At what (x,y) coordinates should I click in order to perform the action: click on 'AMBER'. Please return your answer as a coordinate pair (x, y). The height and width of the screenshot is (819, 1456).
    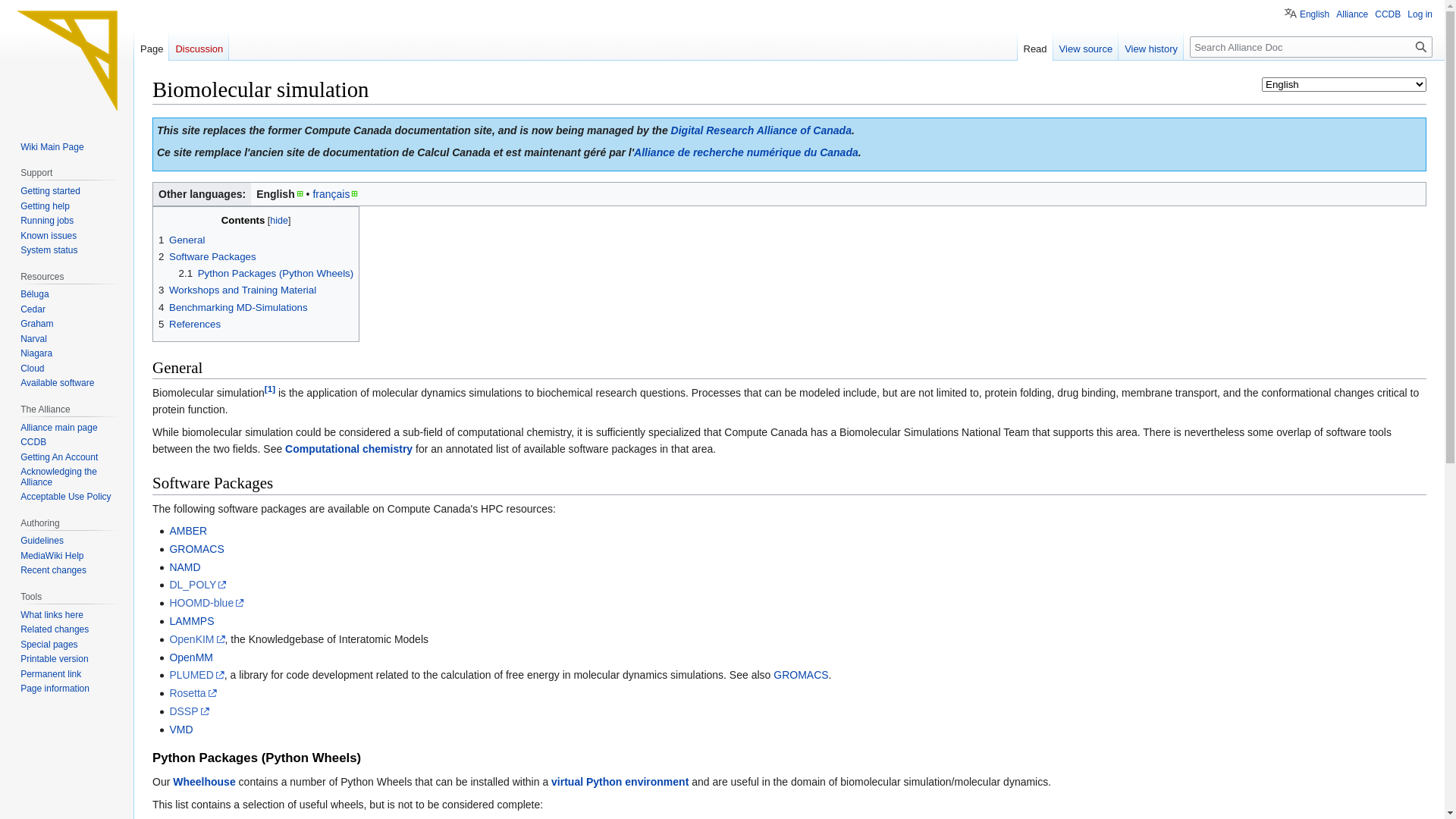
    Looking at the image, I should click on (187, 529).